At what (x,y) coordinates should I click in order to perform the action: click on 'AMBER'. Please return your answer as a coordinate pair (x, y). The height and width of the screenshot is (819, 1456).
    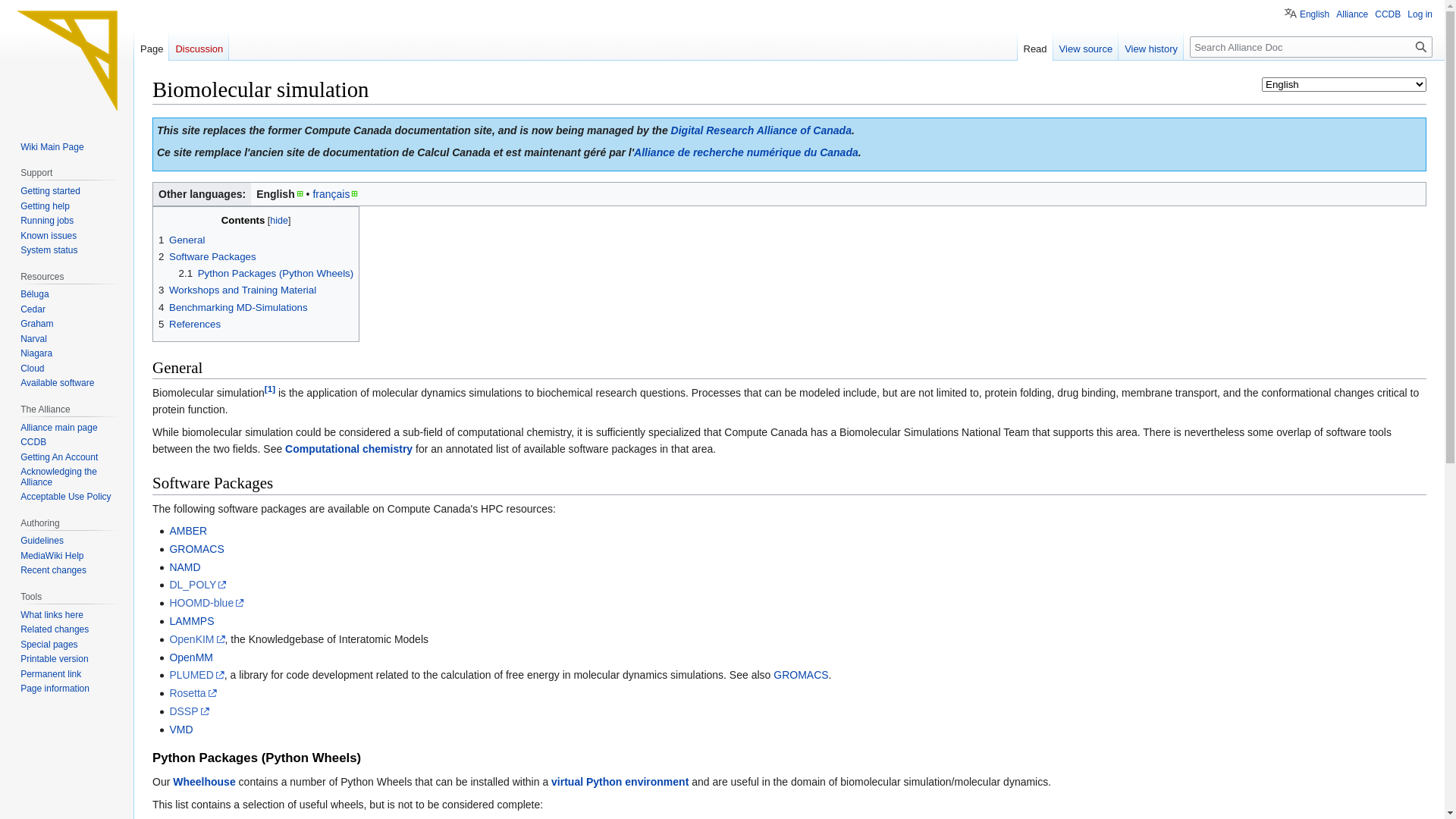
    Looking at the image, I should click on (187, 529).